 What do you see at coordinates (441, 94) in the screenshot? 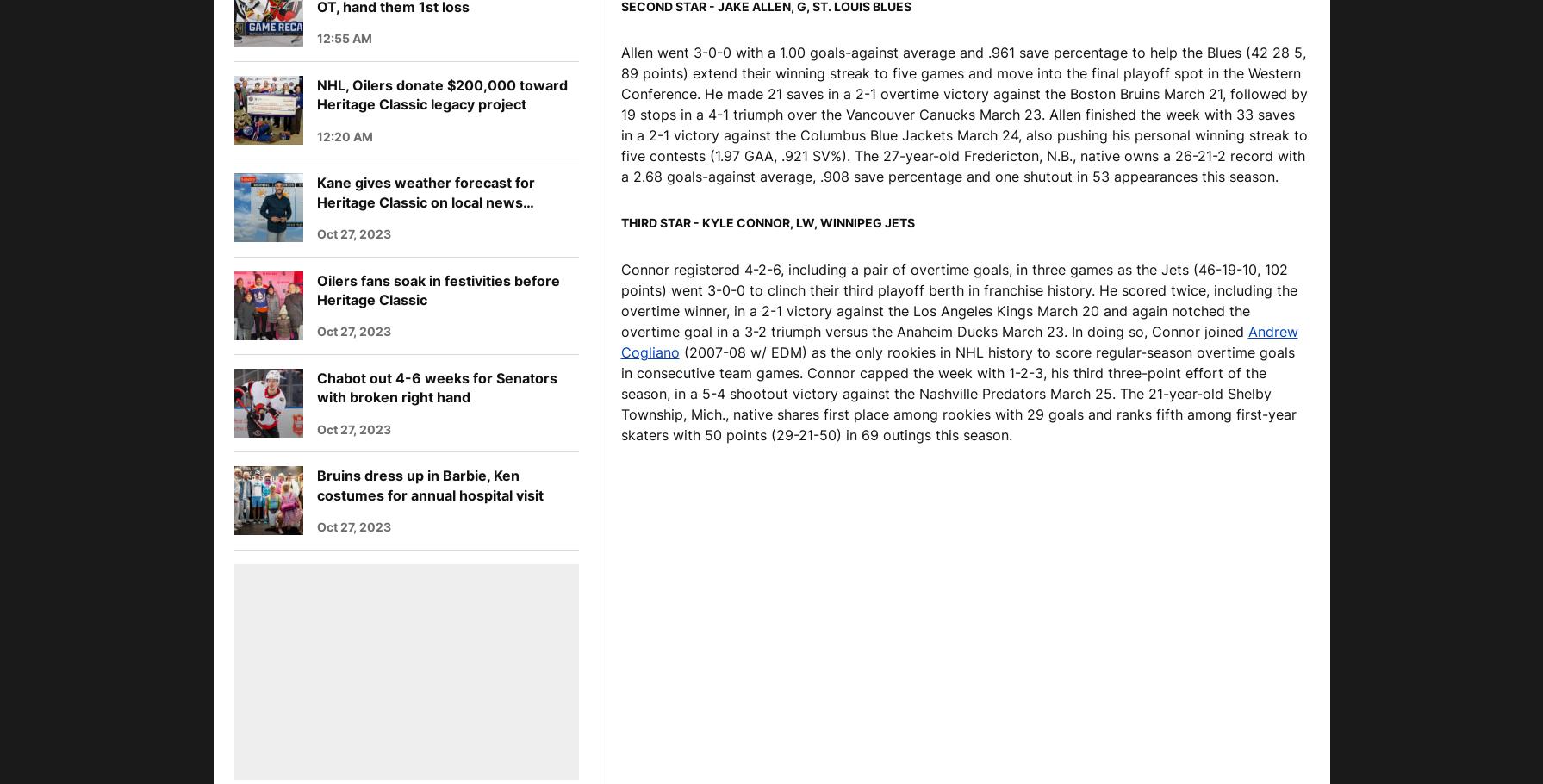
I see `'NHL, Oilers donate $200,000 toward Heritage Classic legacy project'` at bounding box center [441, 94].